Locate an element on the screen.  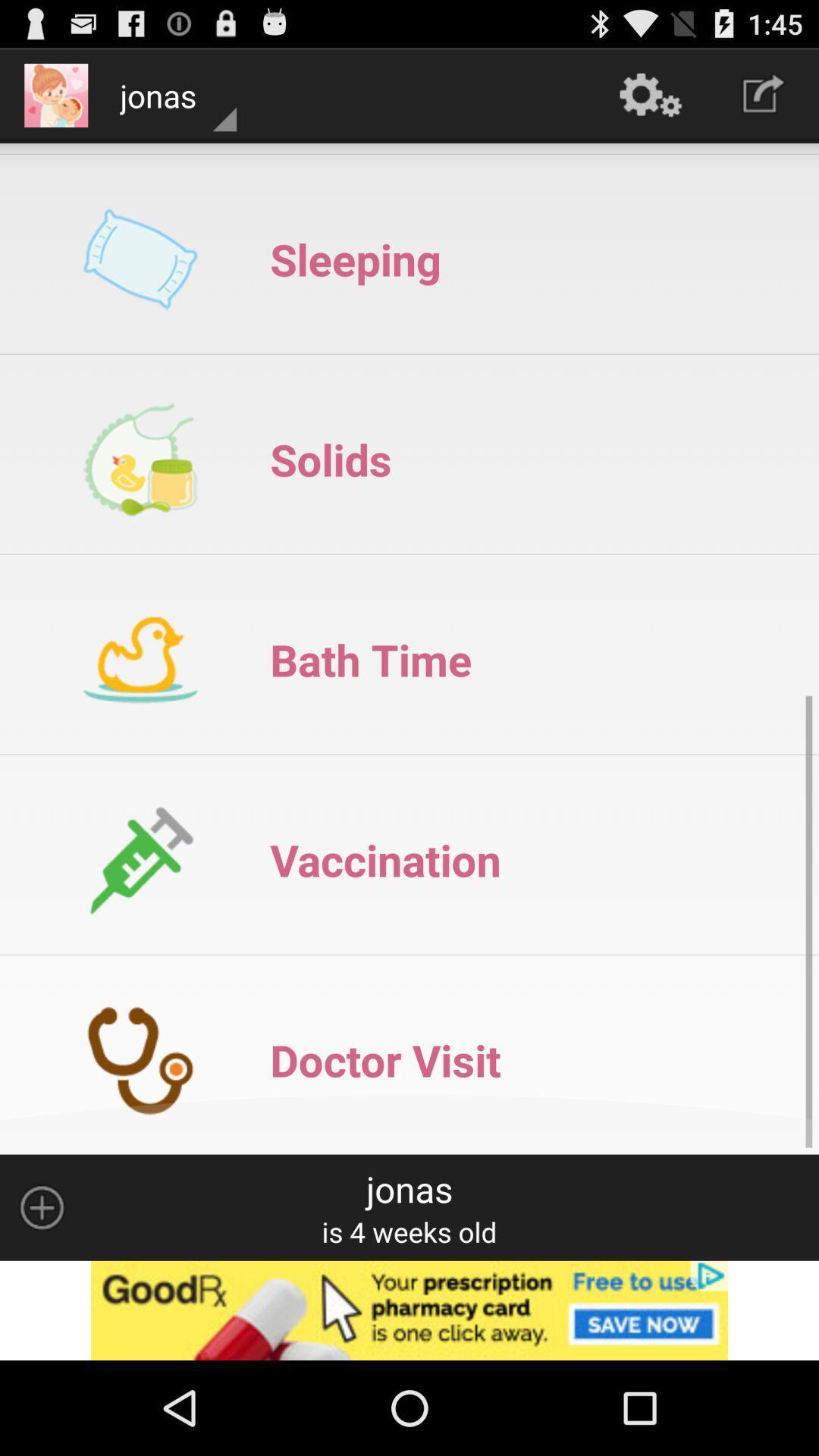
add information is located at coordinates (41, 1207).